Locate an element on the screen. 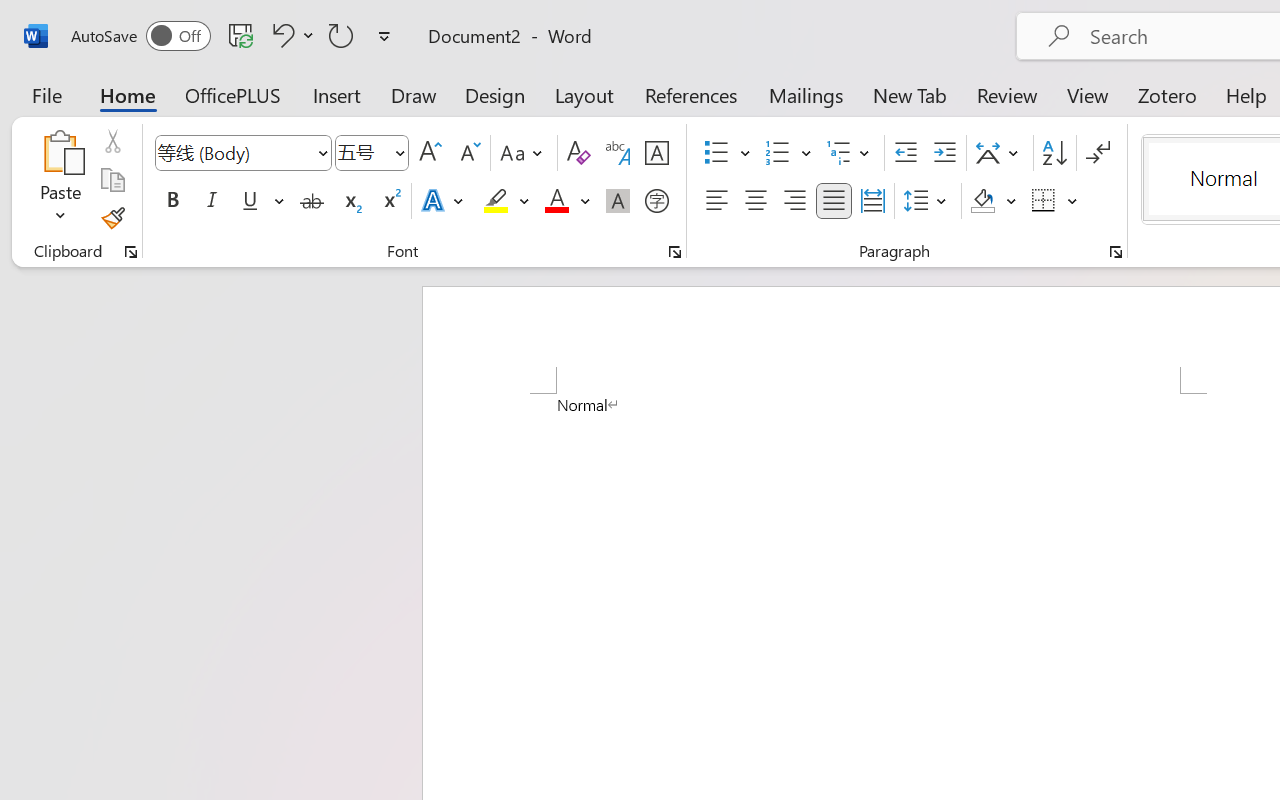  'Borders' is located at coordinates (1043, 201).